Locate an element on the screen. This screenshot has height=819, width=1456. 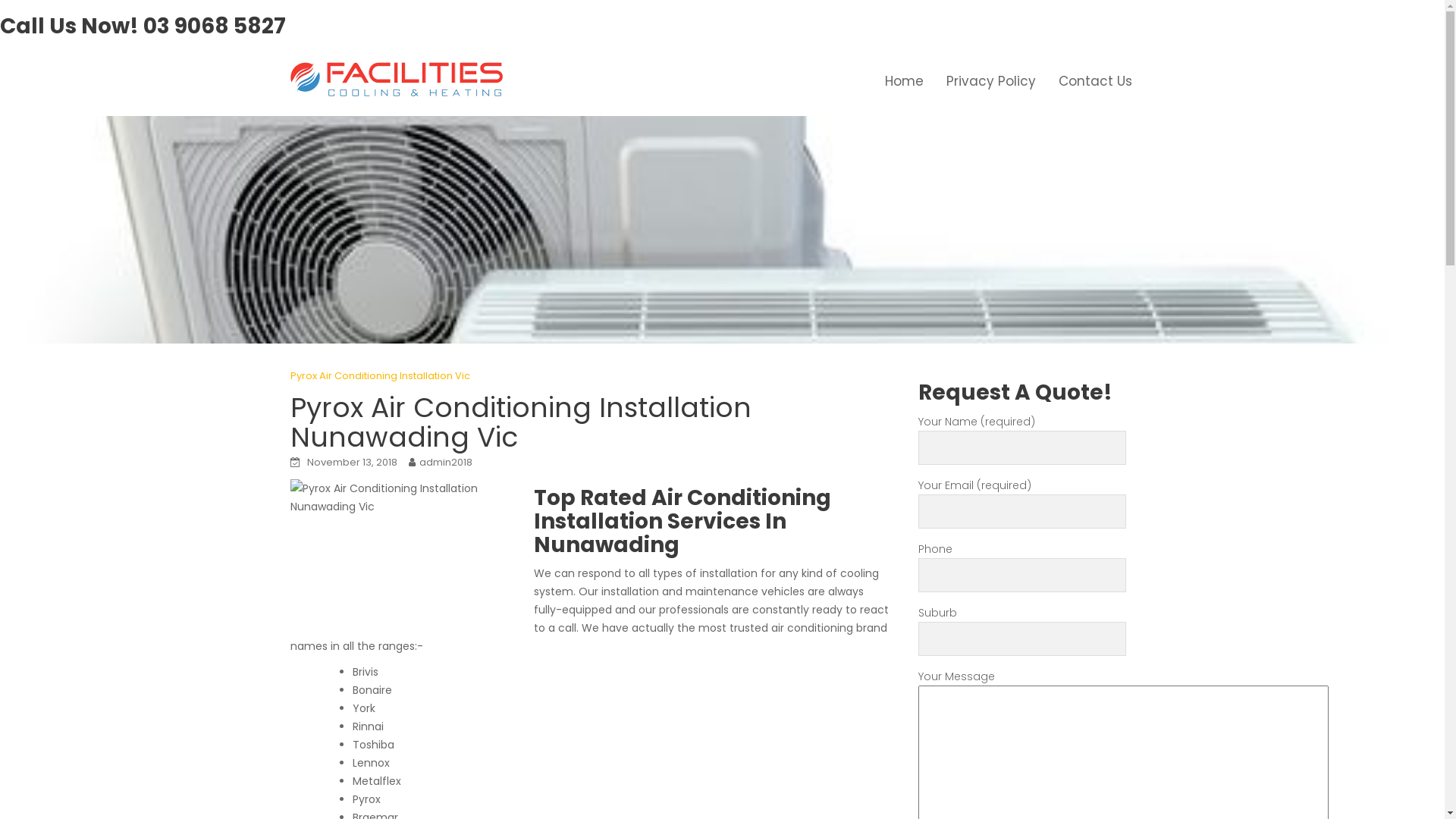
'Contact Us' is located at coordinates (1094, 81).